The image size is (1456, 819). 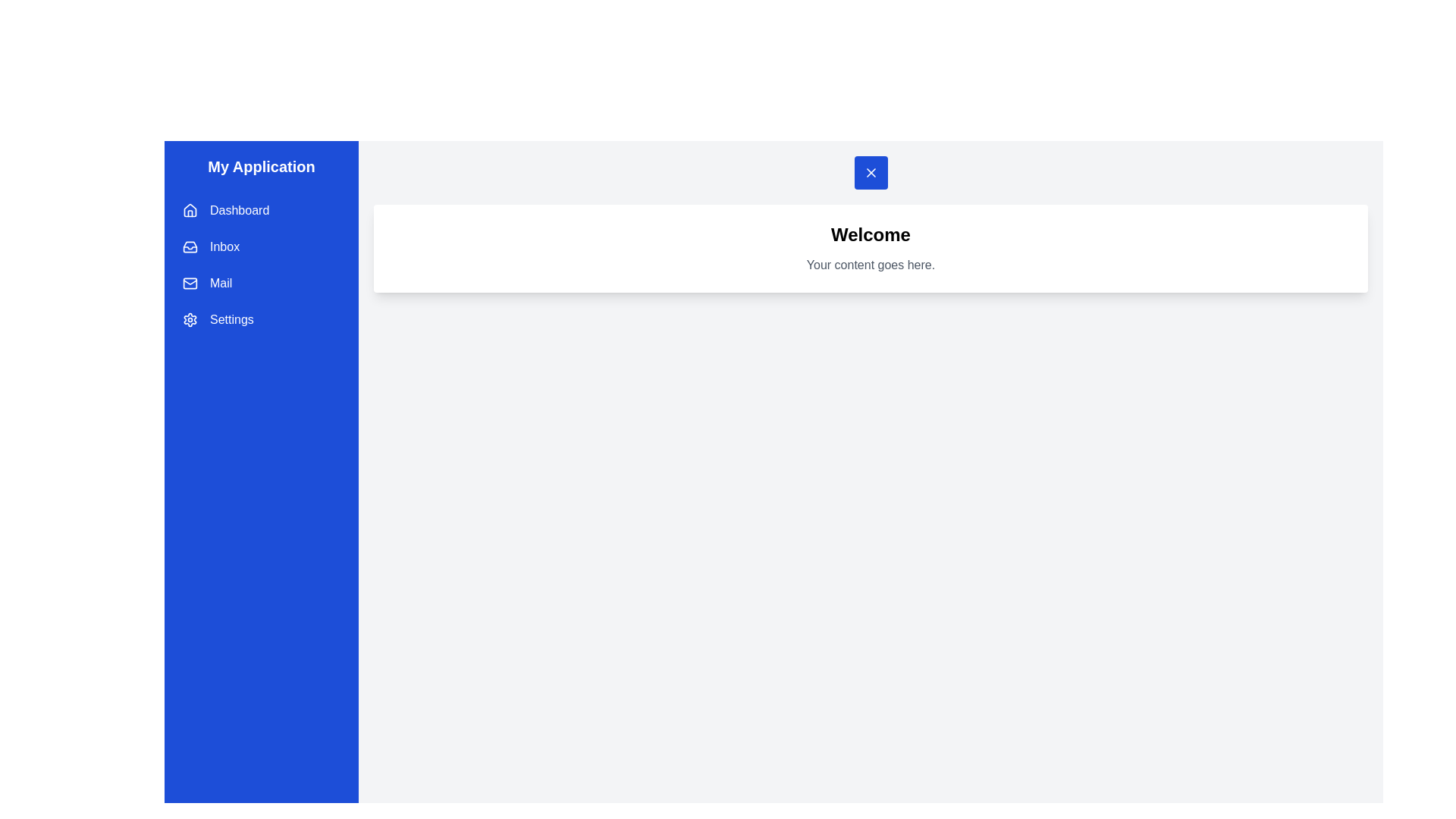 I want to click on the menu item Dashboard from the drawer, so click(x=262, y=210).